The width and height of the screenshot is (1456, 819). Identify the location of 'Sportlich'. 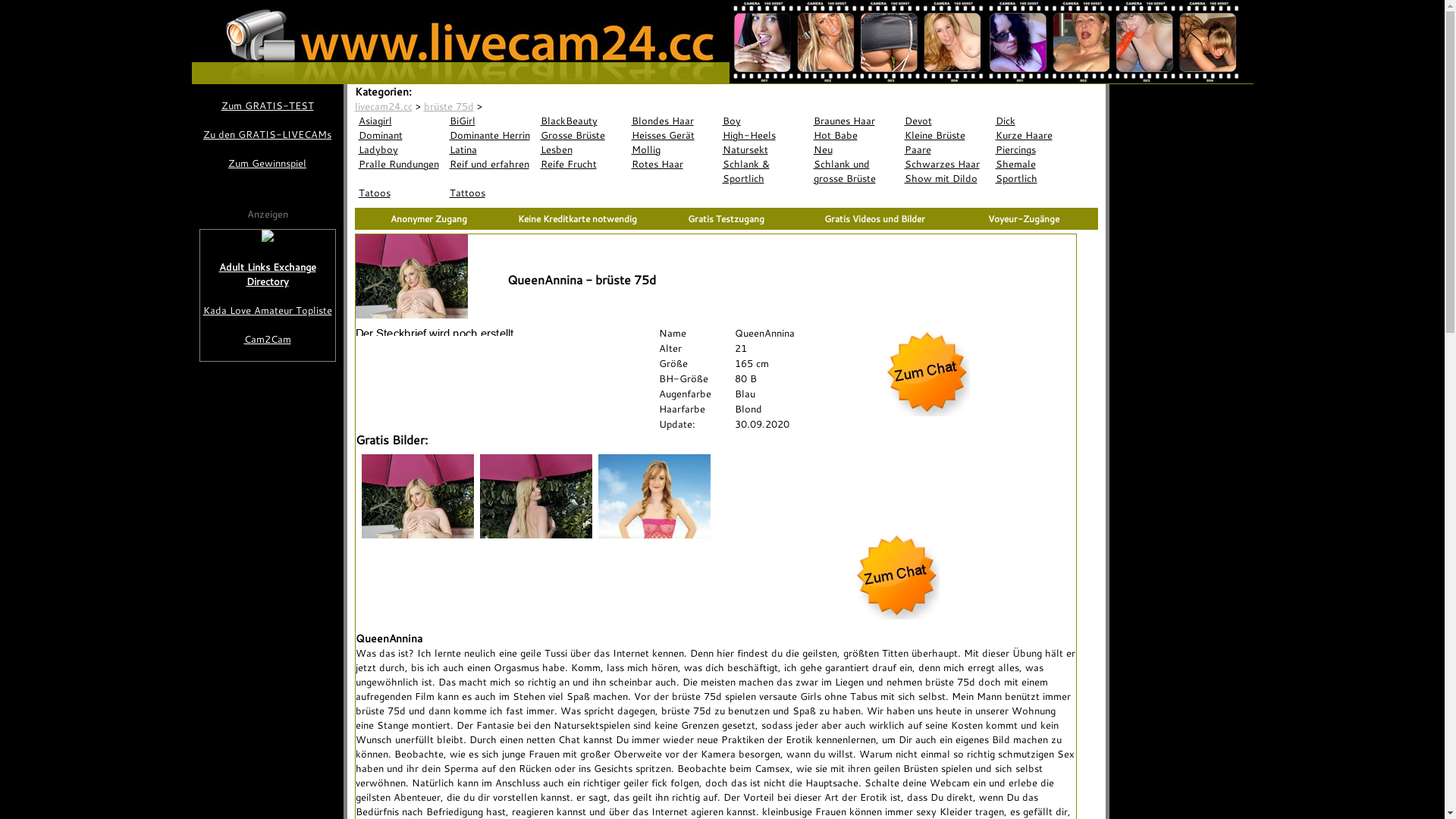
(1037, 177).